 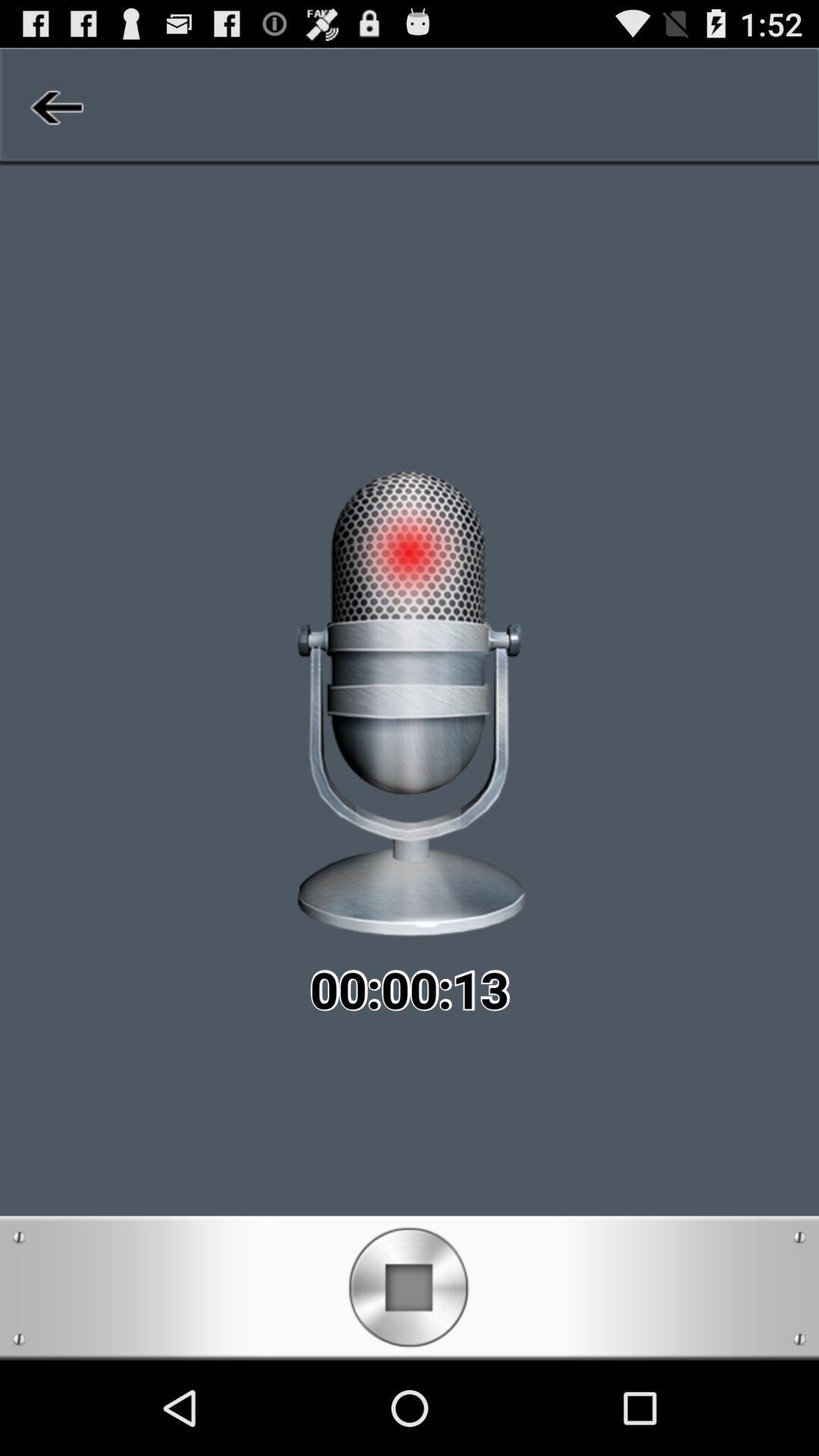 I want to click on go back, so click(x=54, y=106).